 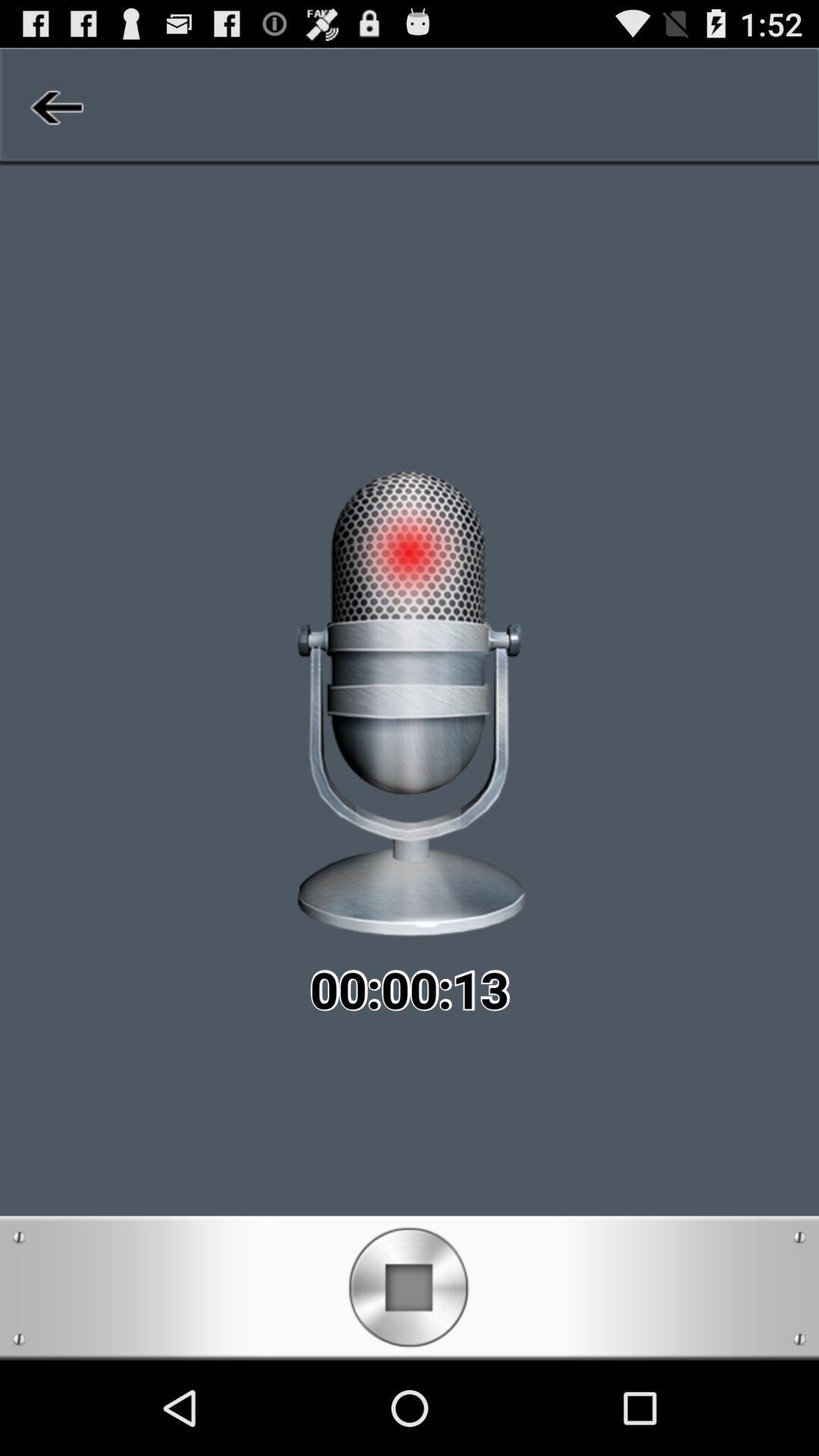 I want to click on go back, so click(x=54, y=106).